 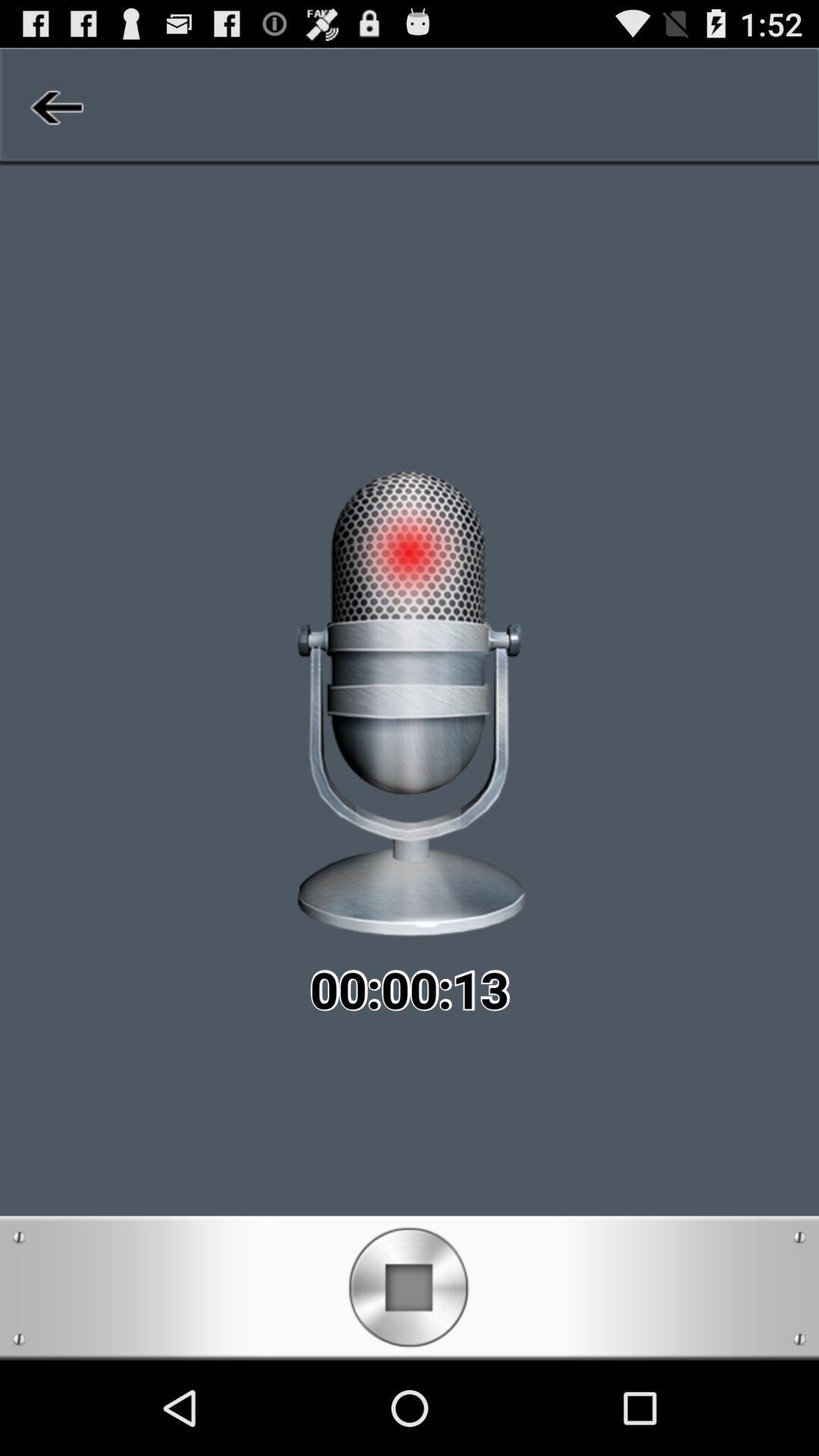 I want to click on go back, so click(x=54, y=106).